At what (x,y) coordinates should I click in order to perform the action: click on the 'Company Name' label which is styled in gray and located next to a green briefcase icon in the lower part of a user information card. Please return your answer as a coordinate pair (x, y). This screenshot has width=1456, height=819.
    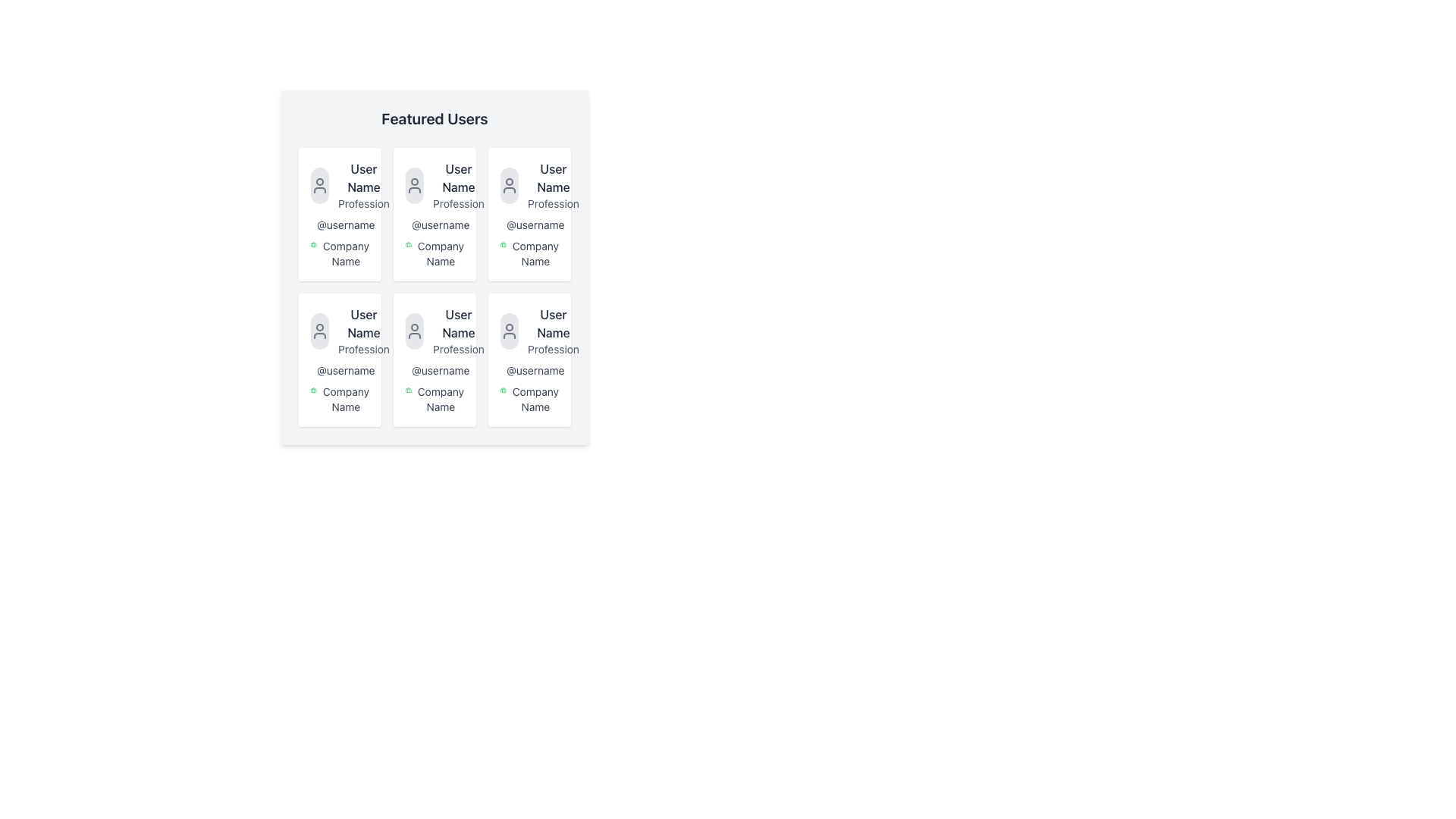
    Looking at the image, I should click on (339, 253).